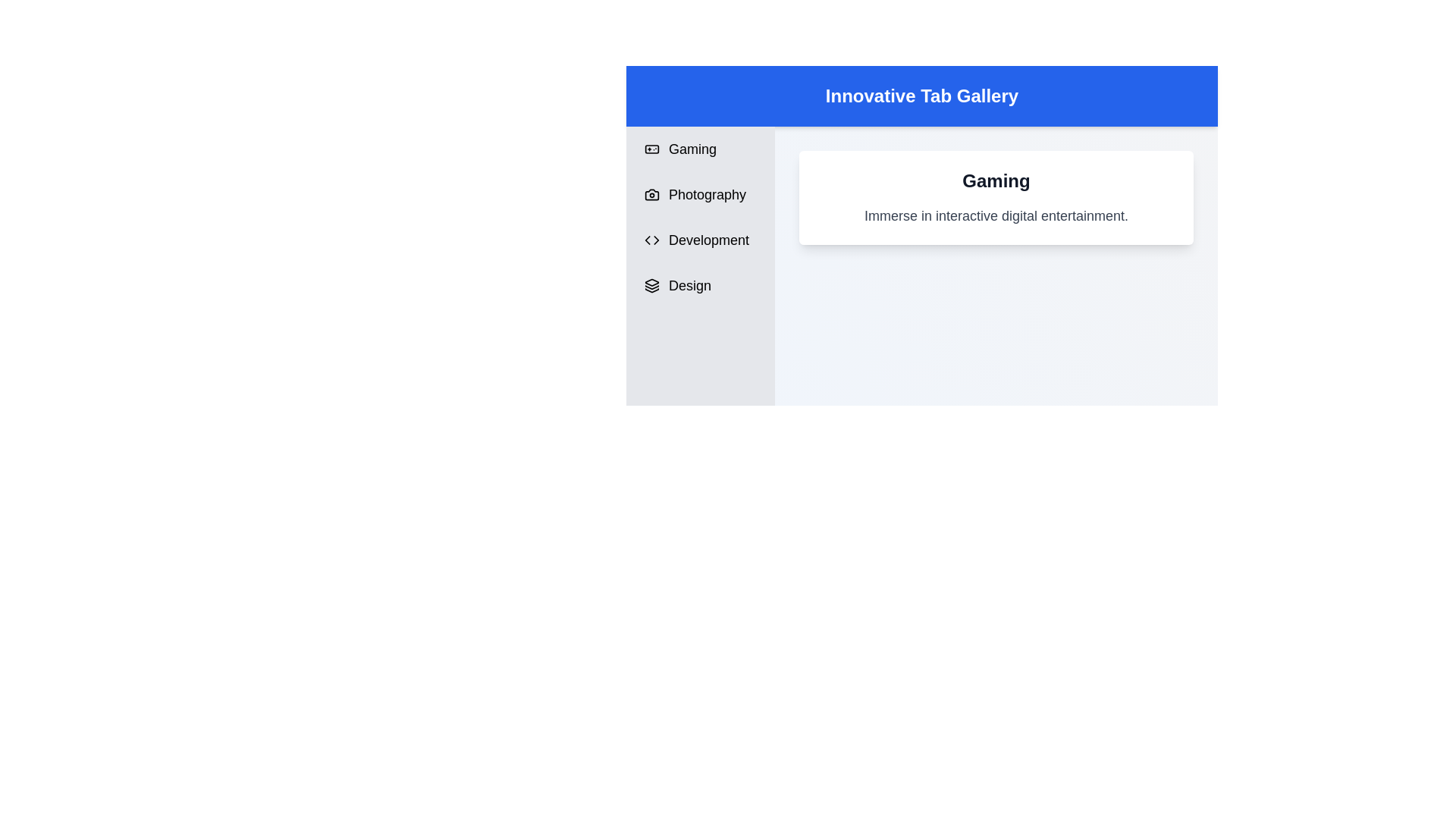  Describe the element at coordinates (921, 96) in the screenshot. I see `the center of the header labeled 'Innovative Tab Gallery'` at that location.